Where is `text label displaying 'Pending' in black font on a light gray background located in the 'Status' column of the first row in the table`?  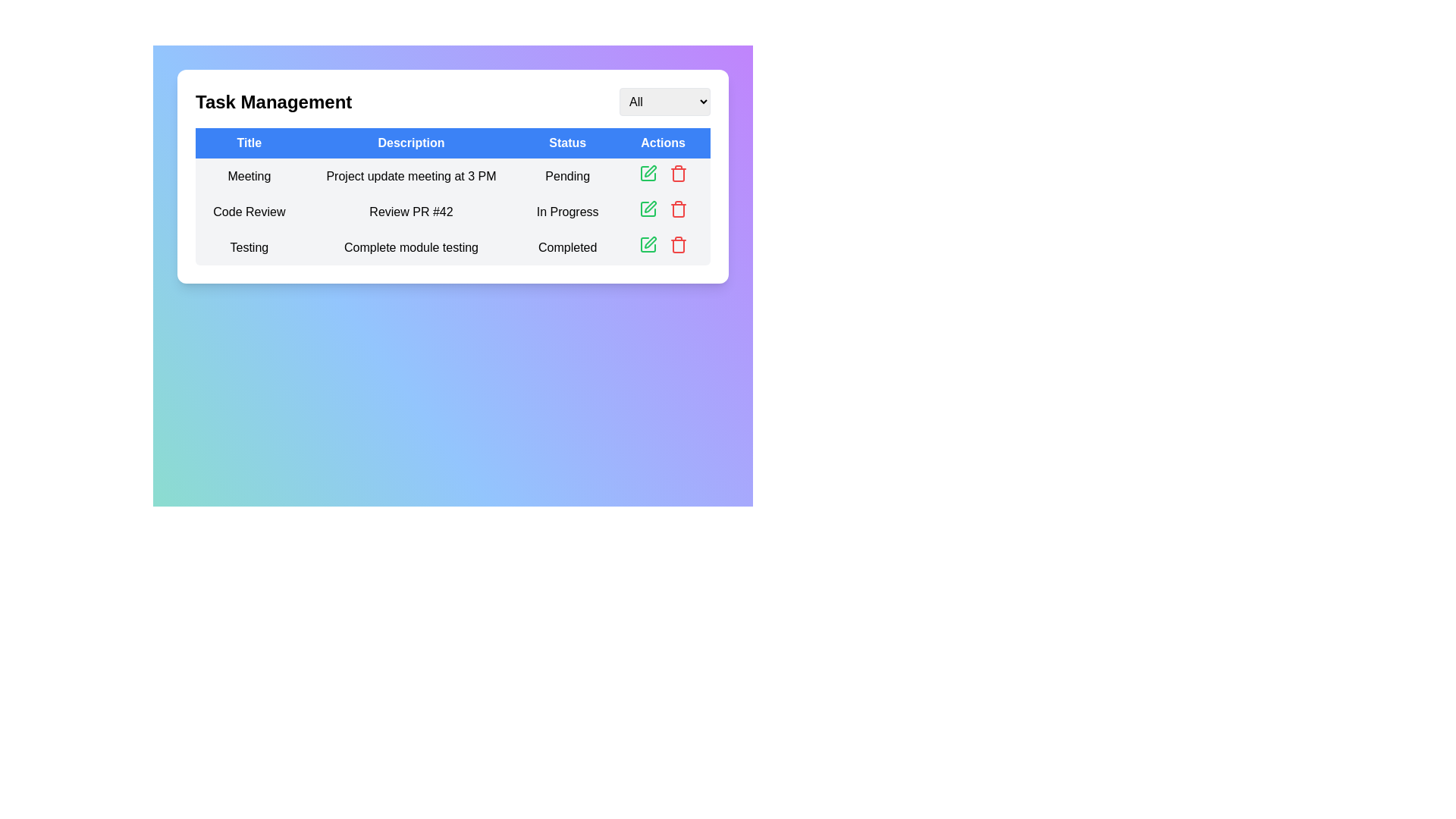
text label displaying 'Pending' in black font on a light gray background located in the 'Status' column of the first row in the table is located at coordinates (566, 175).